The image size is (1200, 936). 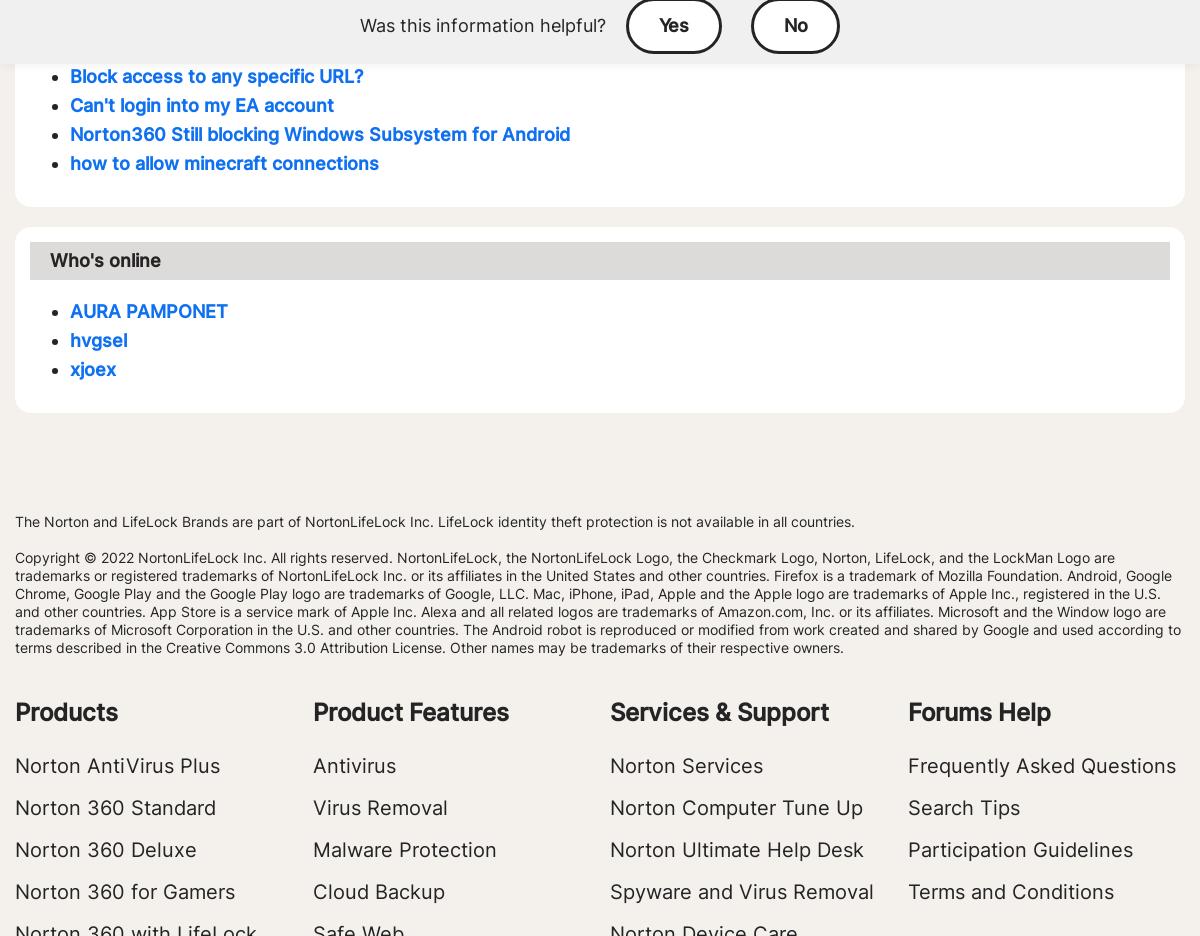 What do you see at coordinates (741, 891) in the screenshot?
I see `'Spyware and Virus Removal'` at bounding box center [741, 891].